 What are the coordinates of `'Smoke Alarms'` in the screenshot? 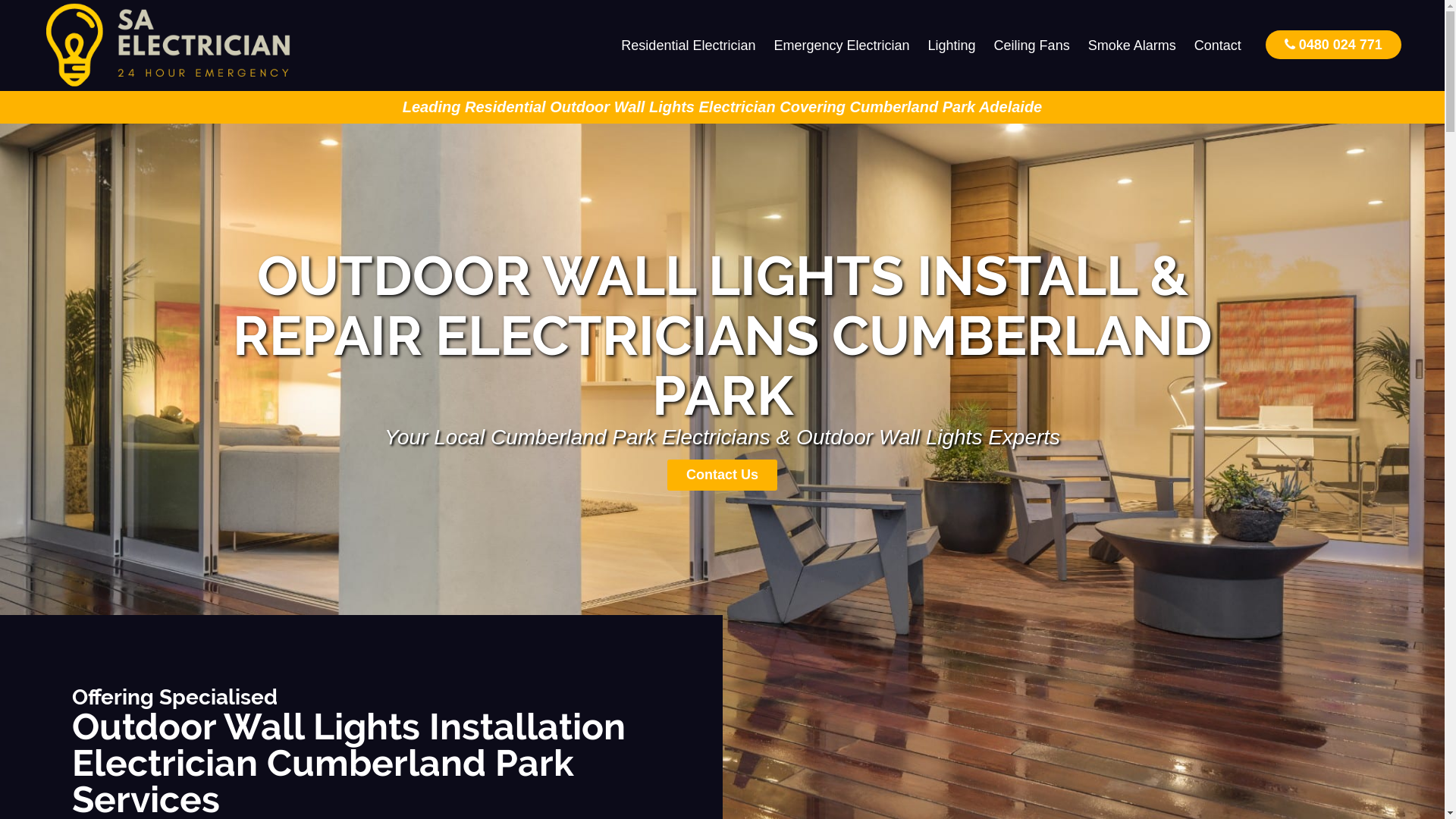 It's located at (1131, 45).